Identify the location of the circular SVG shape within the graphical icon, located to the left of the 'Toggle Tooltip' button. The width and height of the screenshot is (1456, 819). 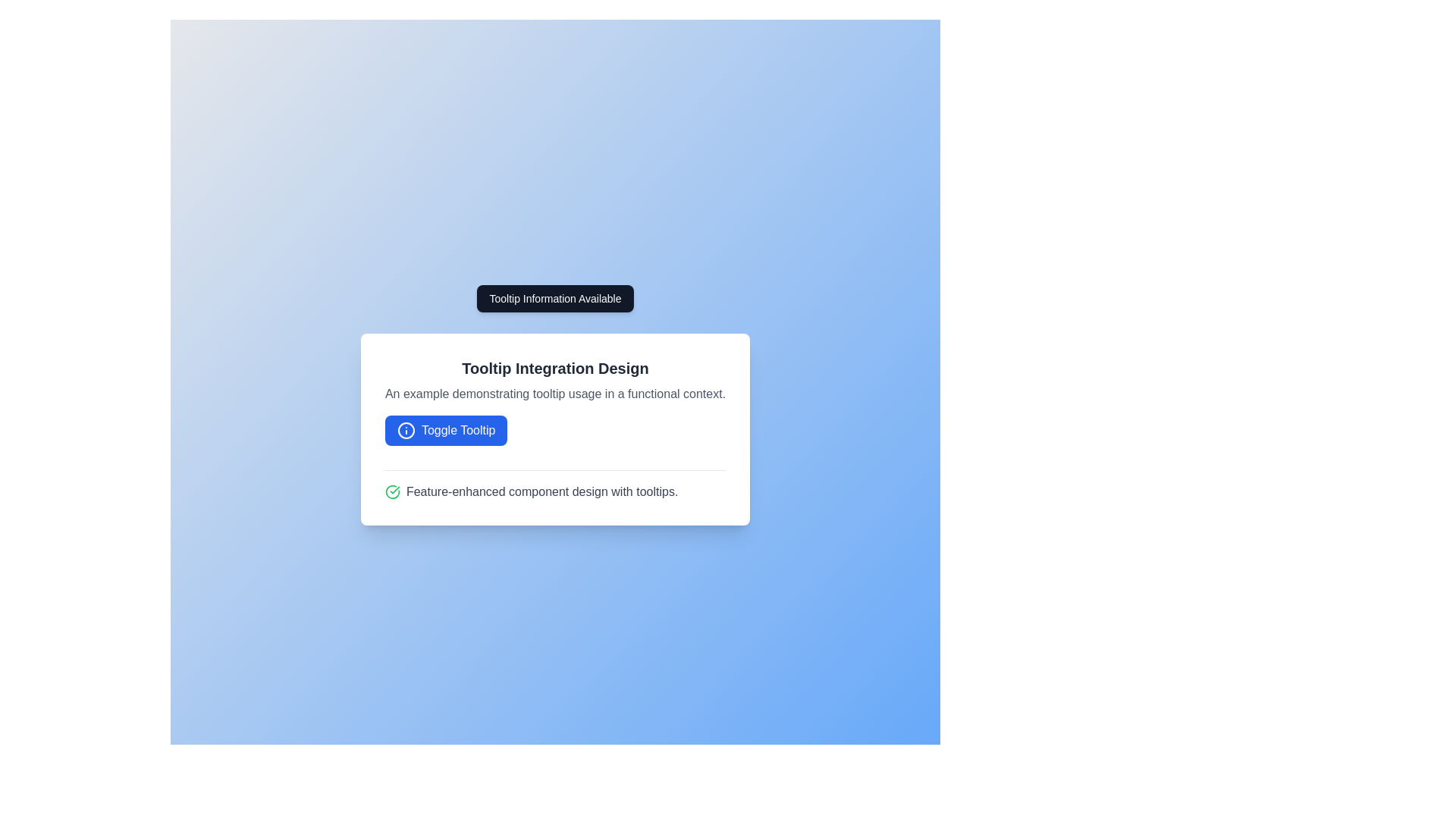
(406, 430).